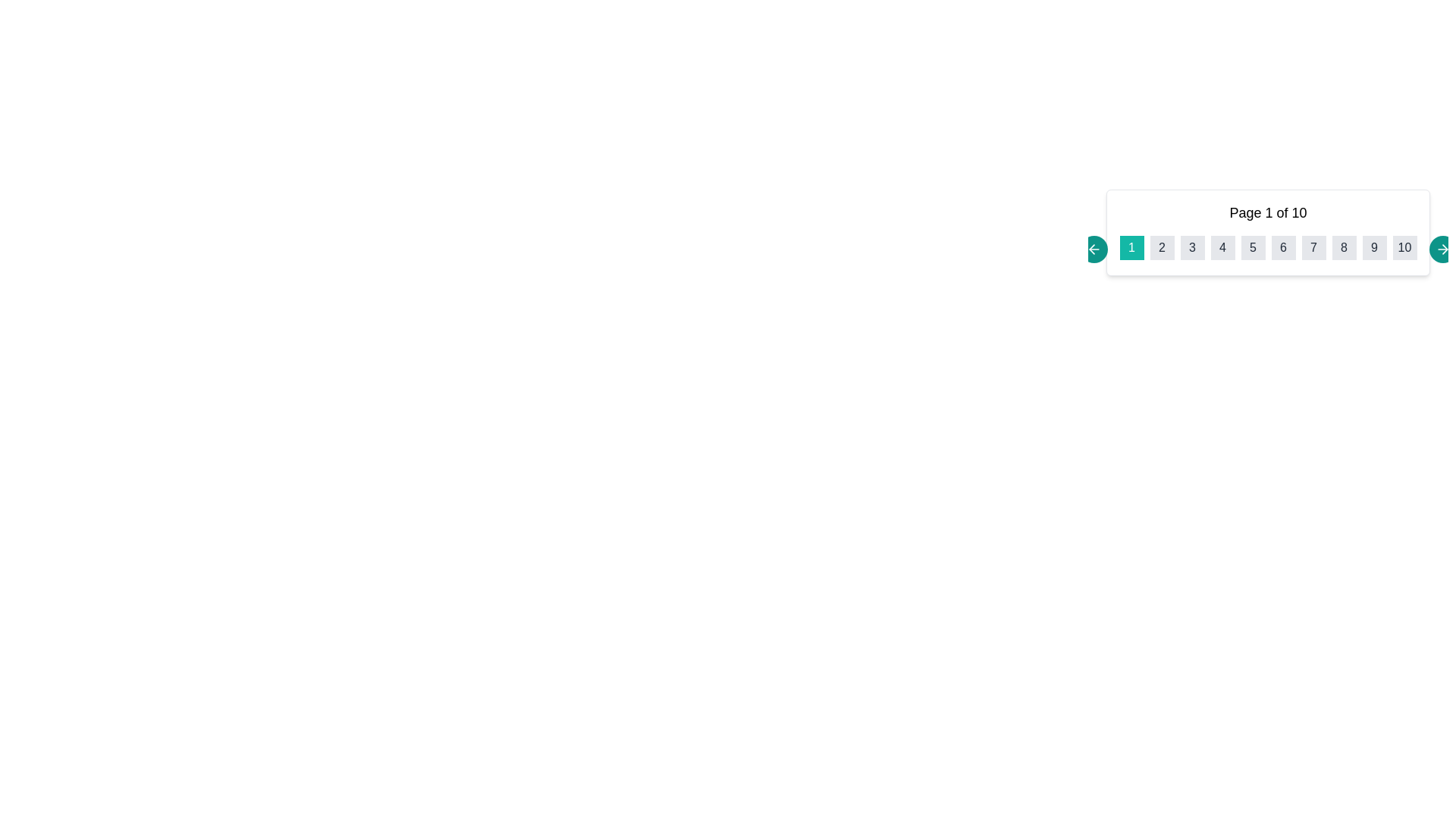 Image resolution: width=1456 pixels, height=819 pixels. I want to click on the small square button with a light gray background and a dark gray numeral '6' centered within it, so click(1282, 247).